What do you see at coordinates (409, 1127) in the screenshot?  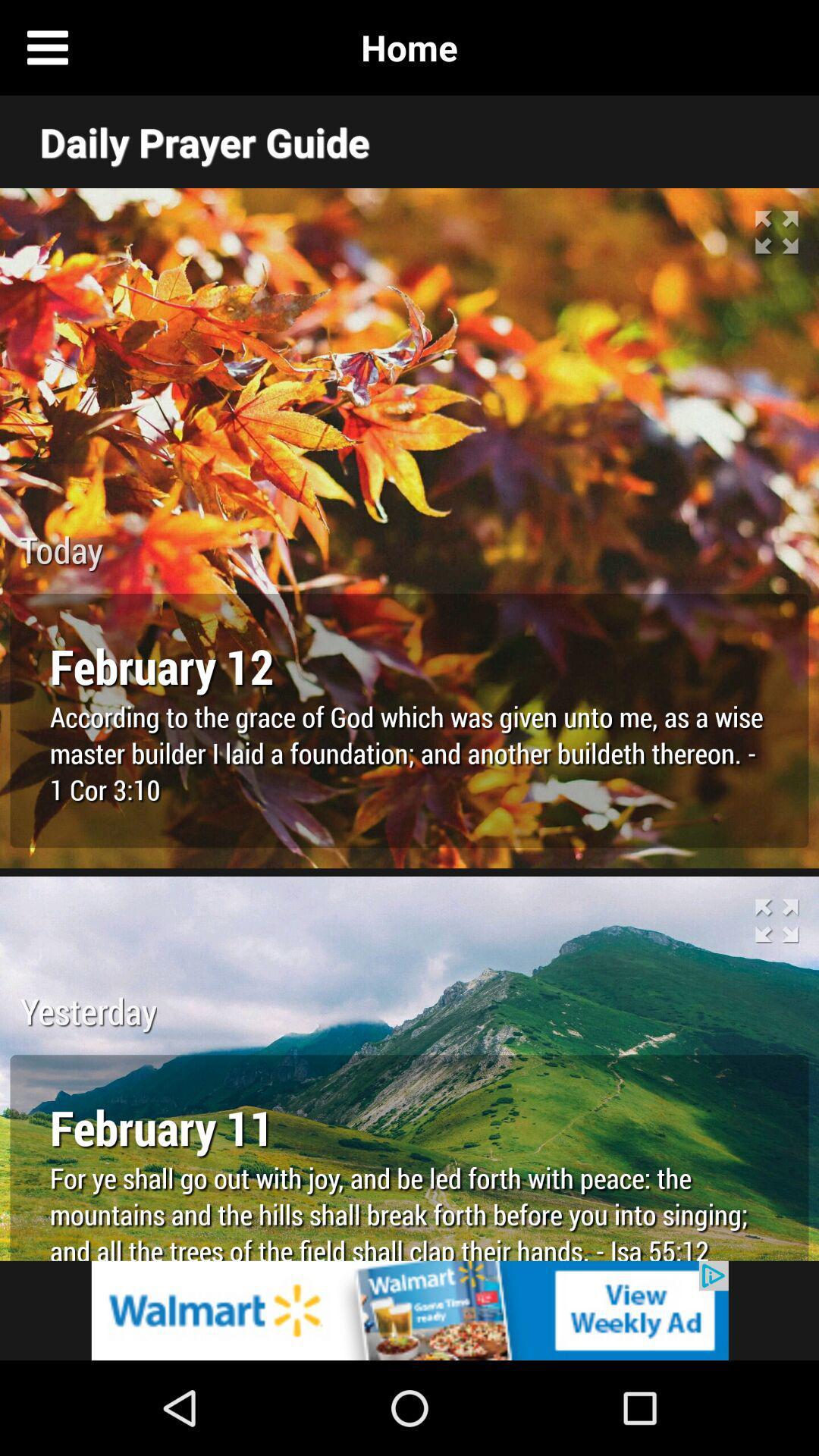 I see `the text below yesterday` at bounding box center [409, 1127].